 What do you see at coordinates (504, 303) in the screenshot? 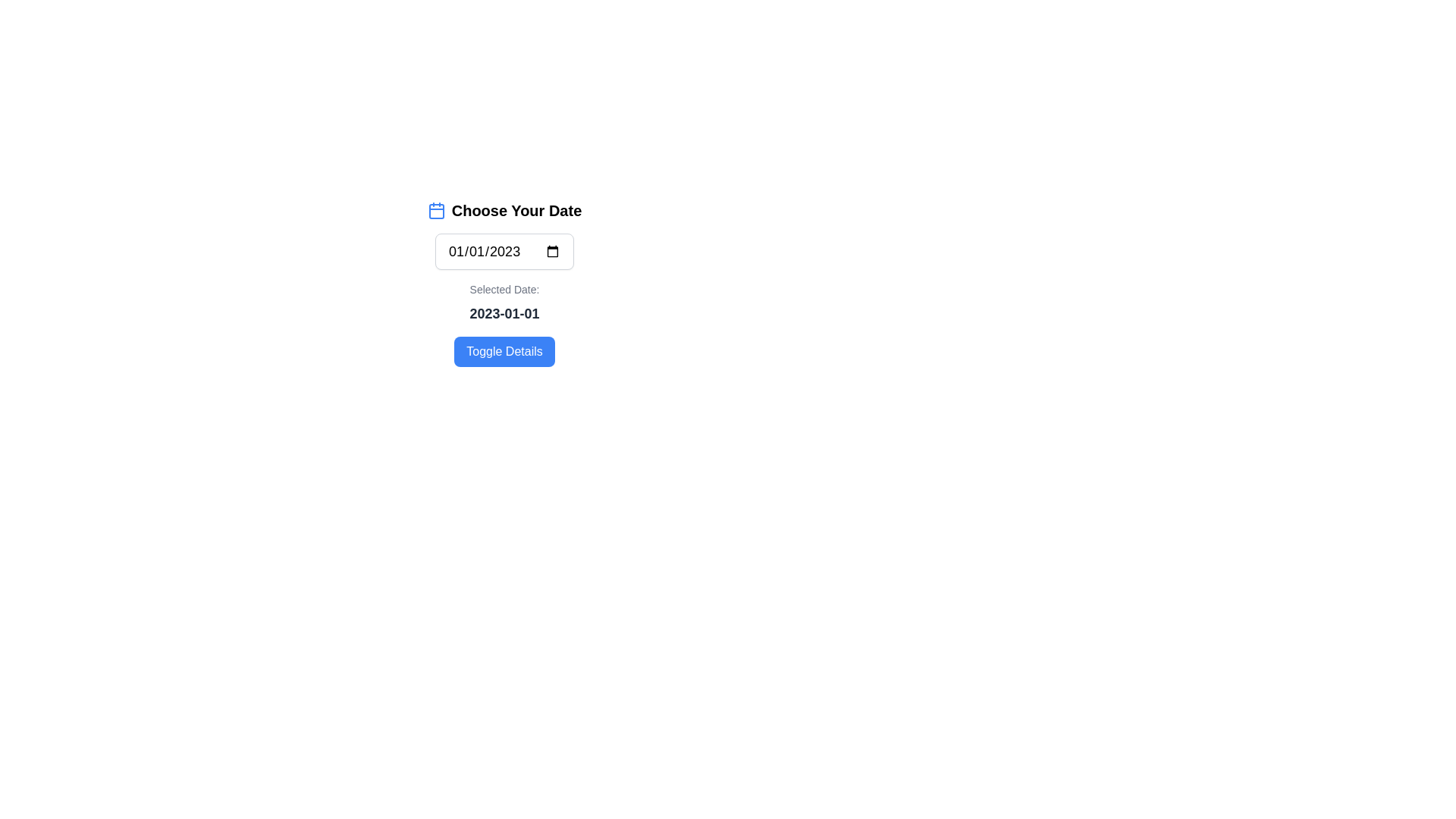
I see `the text label displaying 'Selected Date:2023-01-01', which shows the title 'Selected Date:' in smaller gray font and the date in bold black font, located below the date input field and above the 'Toggle Details' button` at bounding box center [504, 303].